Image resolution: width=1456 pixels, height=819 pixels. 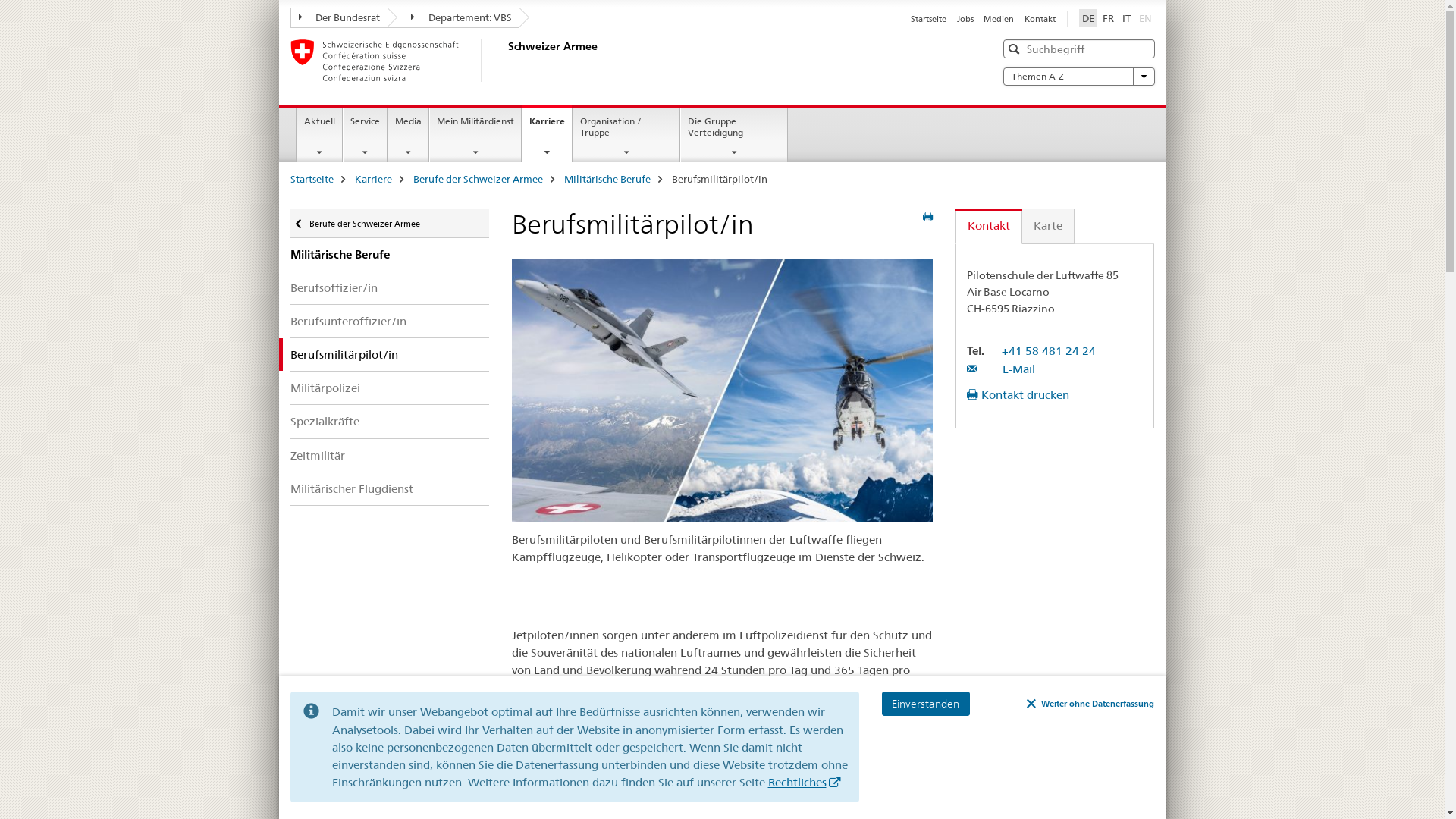 I want to click on 'Weiter ohne Datenerfassung, so click(x=1090, y=703).